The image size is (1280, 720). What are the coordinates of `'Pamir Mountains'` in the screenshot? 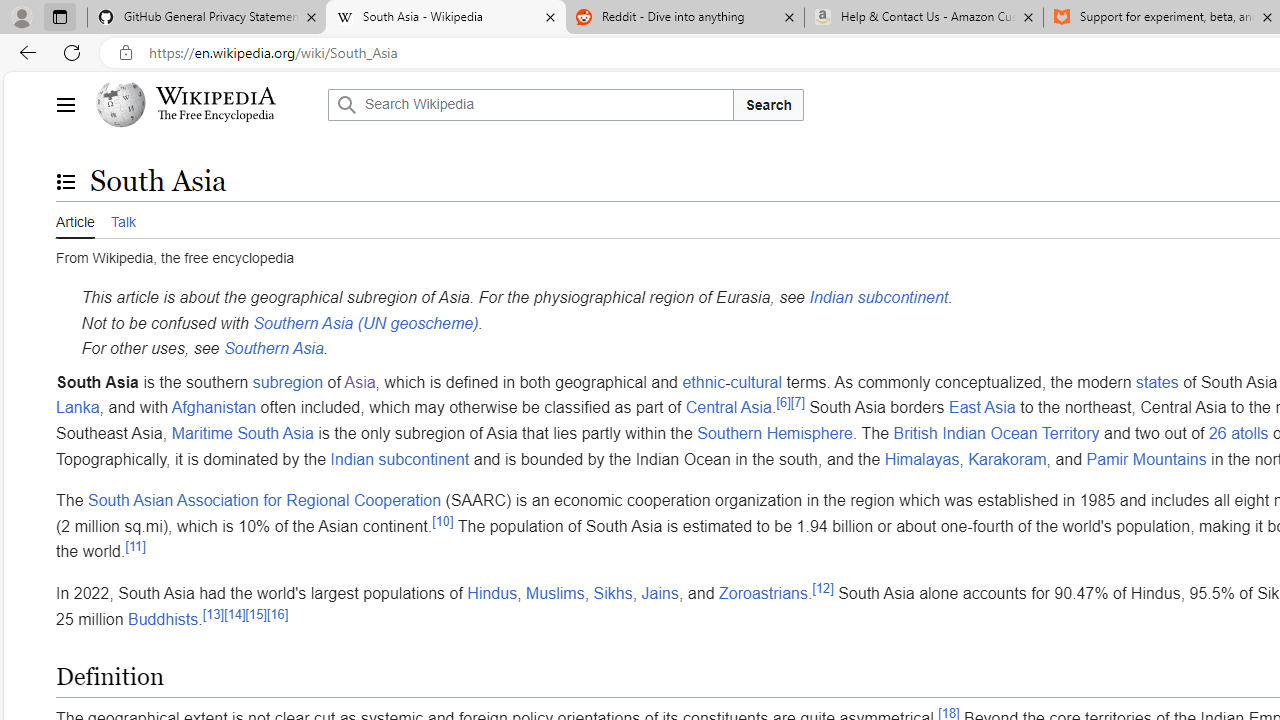 It's located at (1146, 458).